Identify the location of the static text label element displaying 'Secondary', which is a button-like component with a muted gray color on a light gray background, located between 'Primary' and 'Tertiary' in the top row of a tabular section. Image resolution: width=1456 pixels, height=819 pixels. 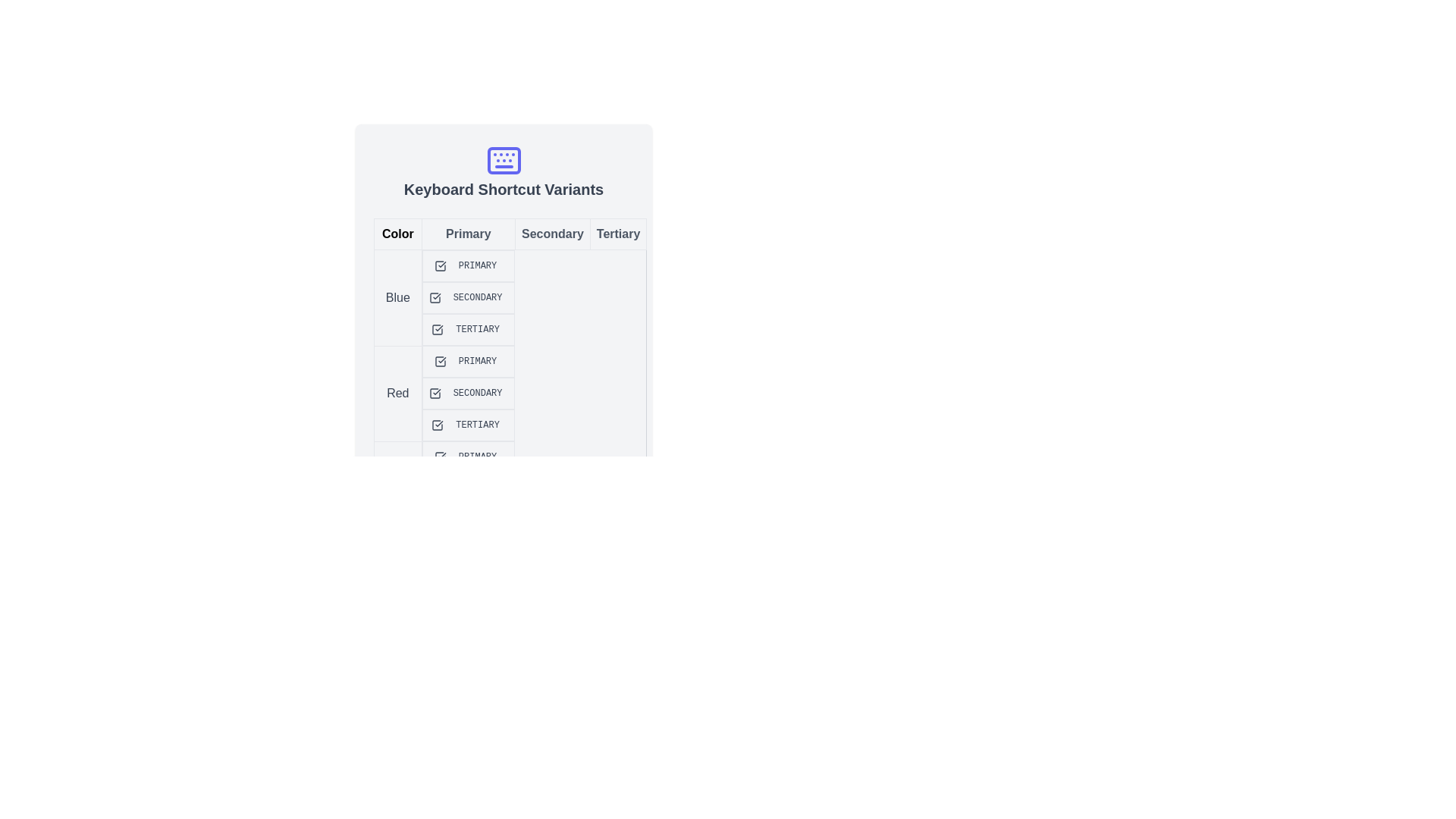
(551, 234).